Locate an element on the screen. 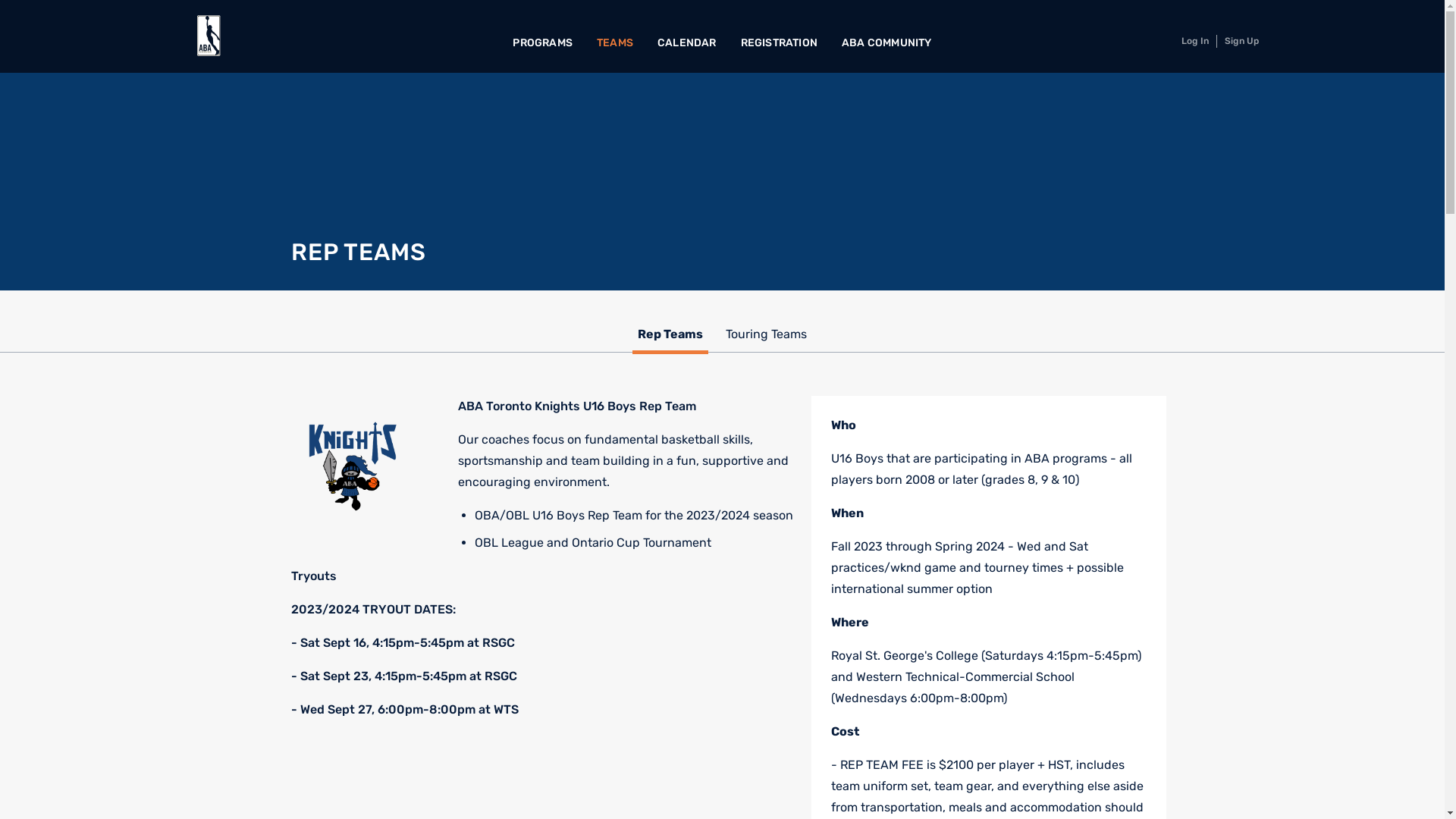 Image resolution: width=1456 pixels, height=819 pixels. 'Log In' is located at coordinates (1194, 40).